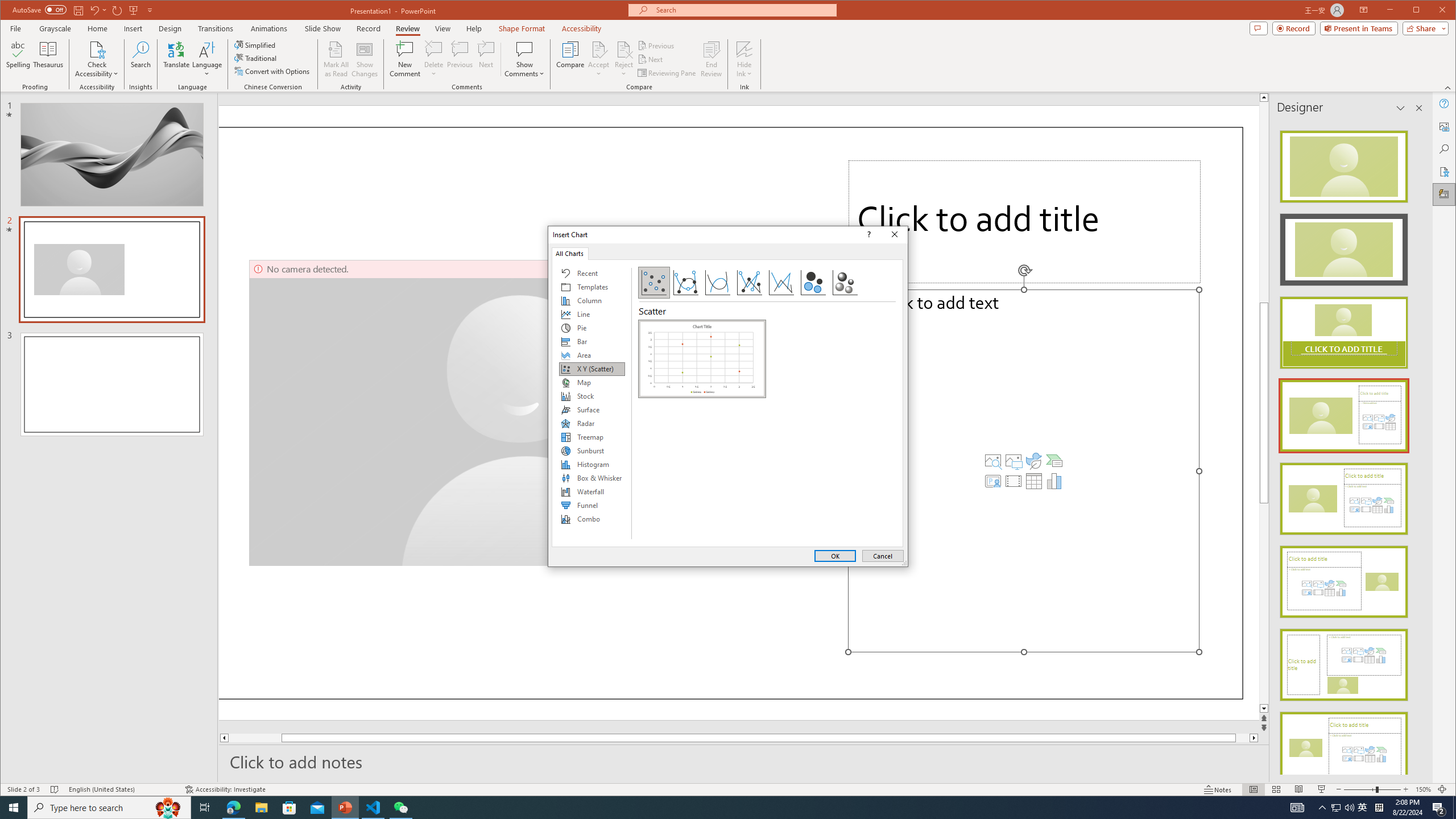 The image size is (1456, 819). I want to click on 'PowerPoint - 1 running window', so click(345, 806).